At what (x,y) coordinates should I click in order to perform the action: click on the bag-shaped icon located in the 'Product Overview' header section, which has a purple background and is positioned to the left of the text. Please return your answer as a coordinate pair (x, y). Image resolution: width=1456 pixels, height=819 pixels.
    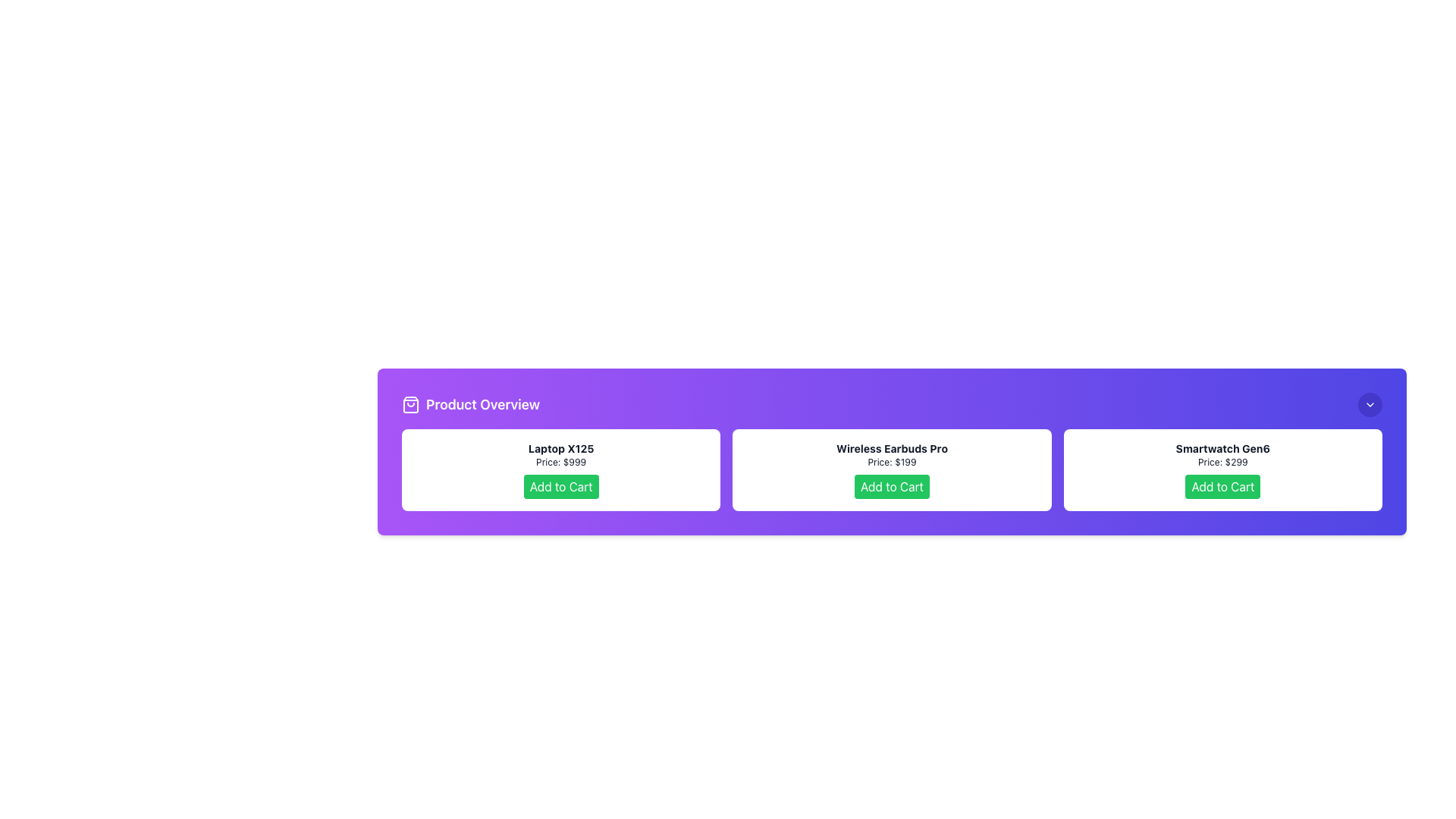
    Looking at the image, I should click on (411, 403).